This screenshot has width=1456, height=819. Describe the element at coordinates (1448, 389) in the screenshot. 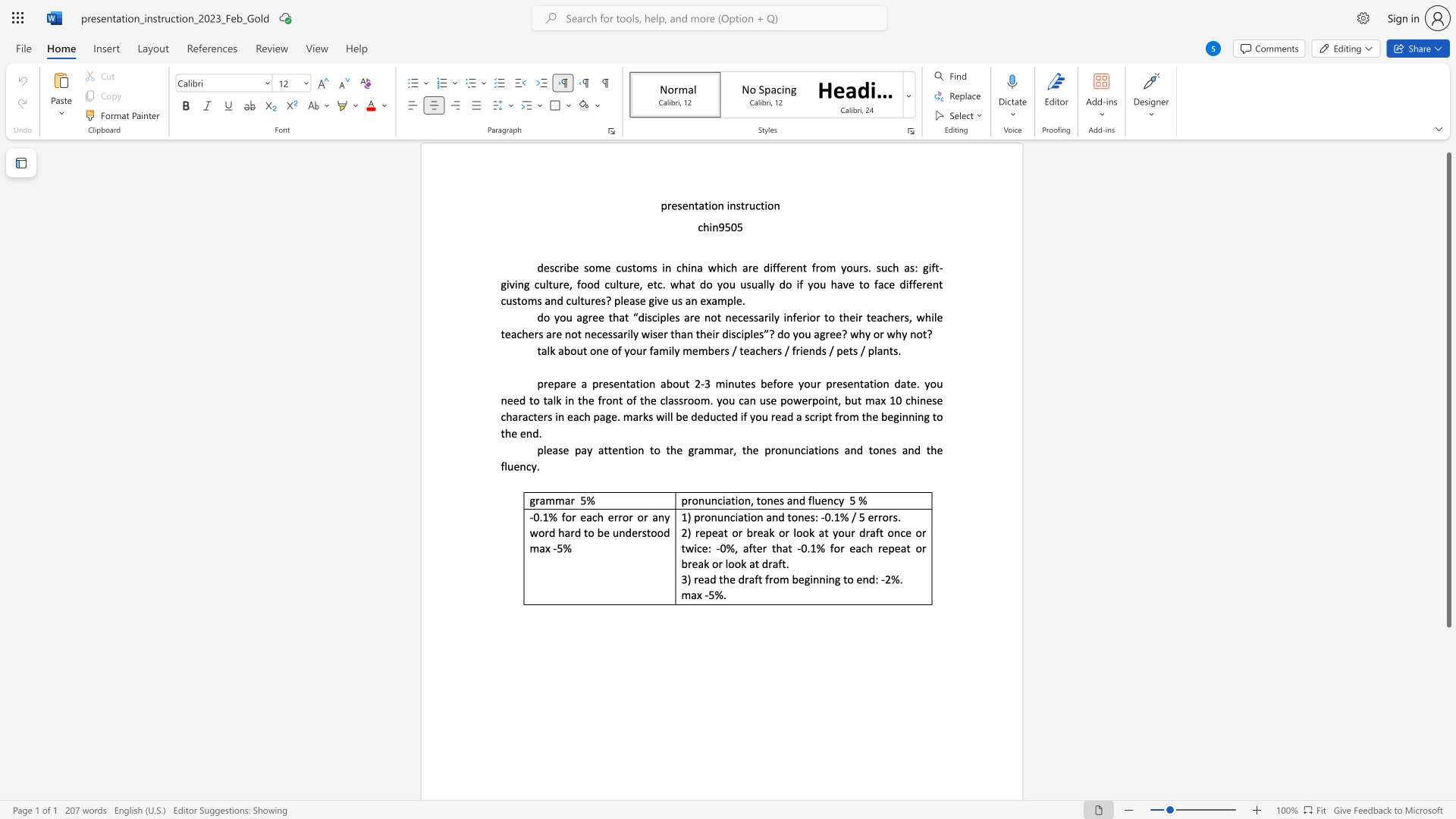

I see `the scrollbar and move down 190 pixels` at that location.